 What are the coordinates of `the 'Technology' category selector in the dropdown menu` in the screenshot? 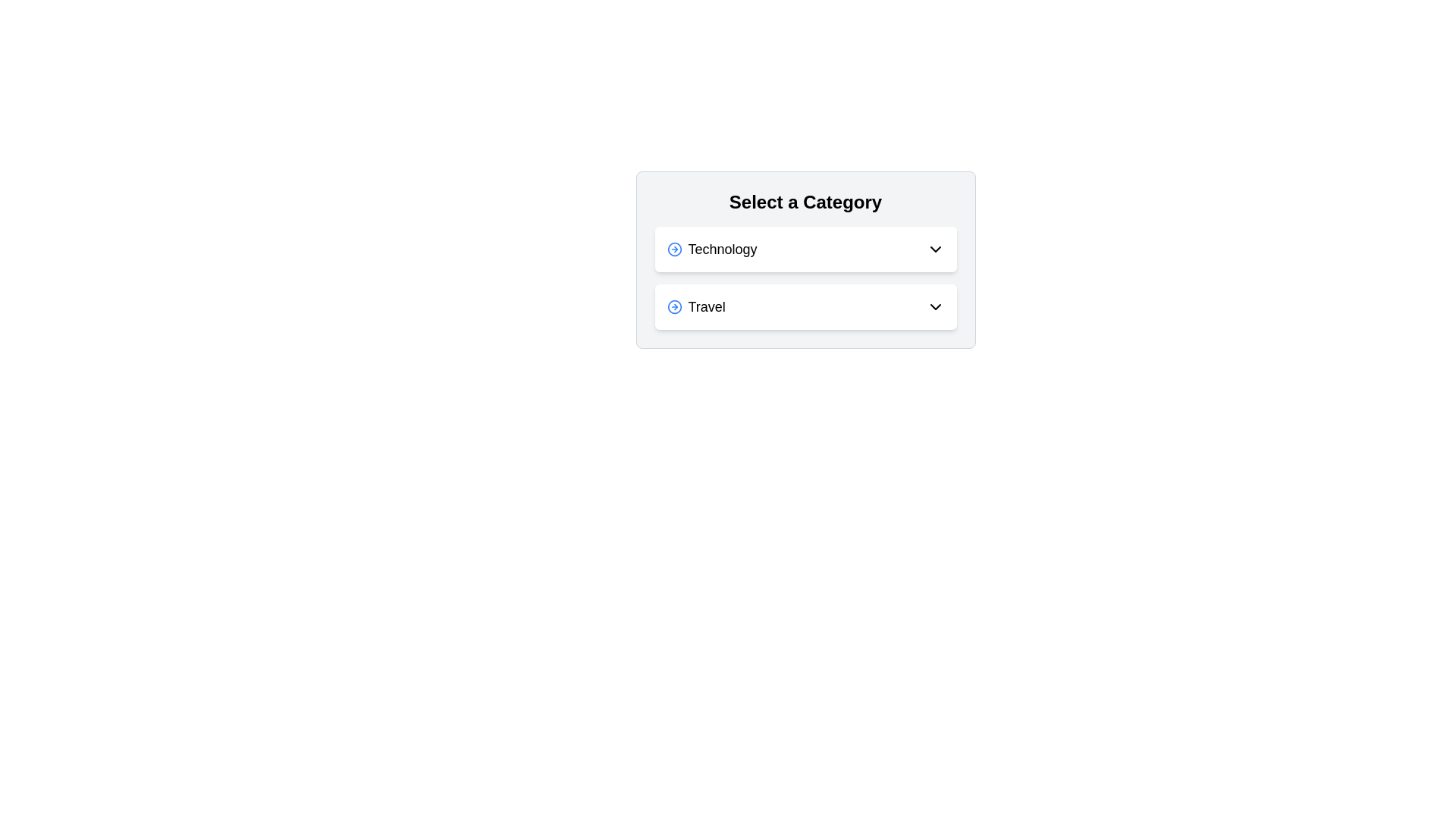 It's located at (805, 248).